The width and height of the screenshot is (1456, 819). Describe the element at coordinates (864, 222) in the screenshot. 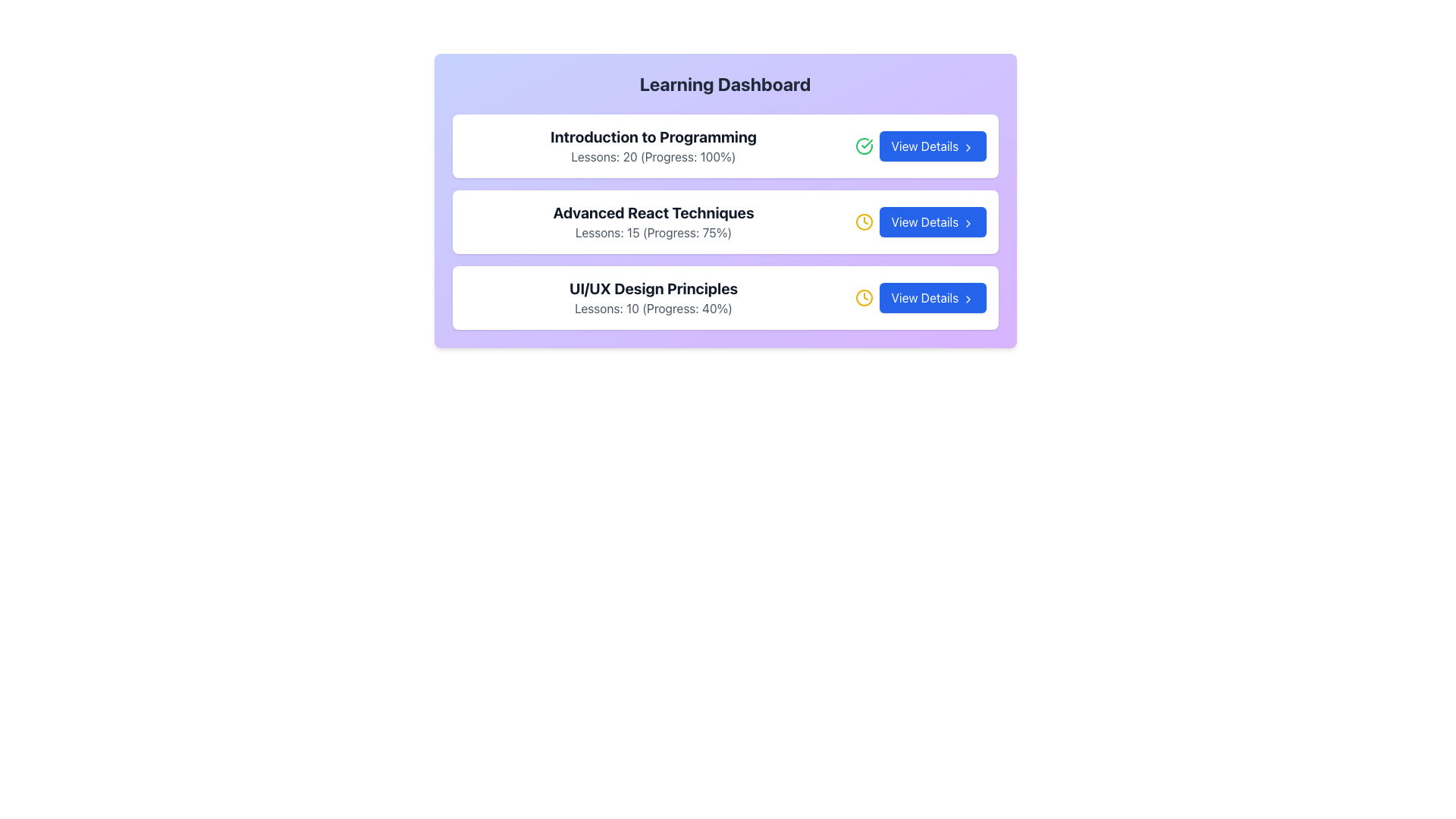

I see `the clock icon located to the left of the 'View Details' button in the 'Advanced React Techniques' course card` at that location.